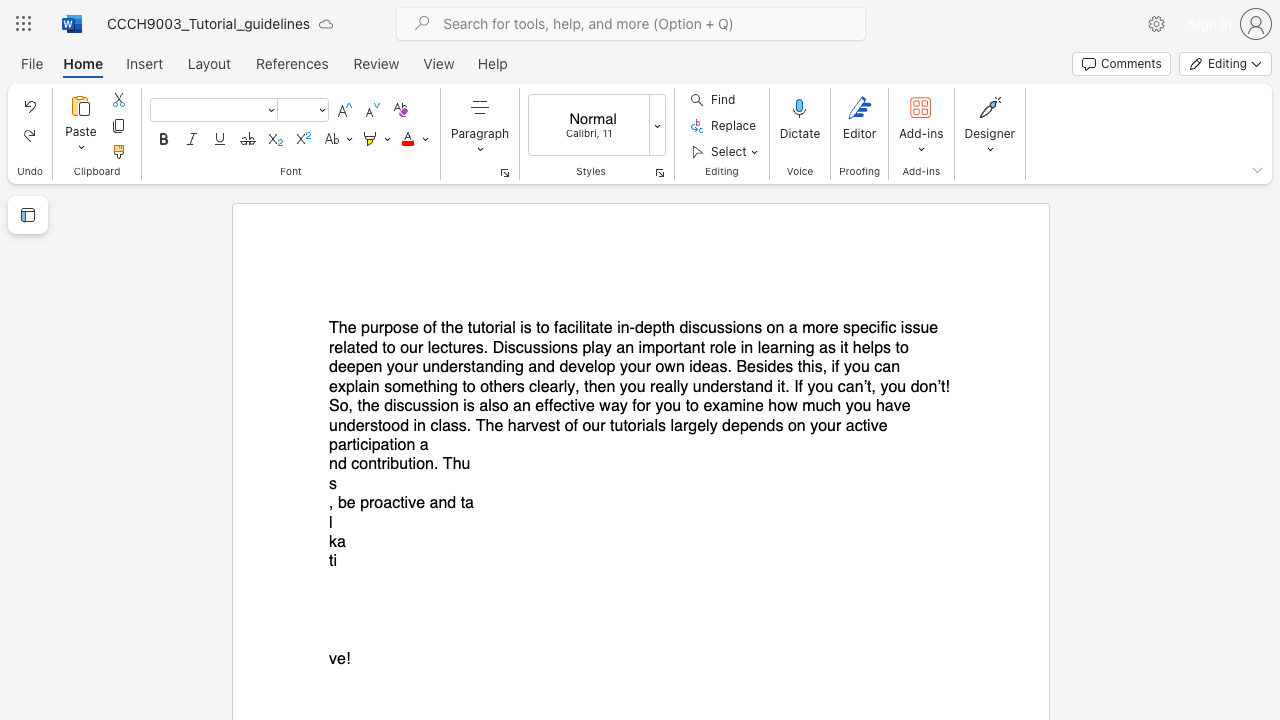  Describe the element at coordinates (400, 502) in the screenshot. I see `the subset text "tive and t" within the text ", be proactive and ta"` at that location.